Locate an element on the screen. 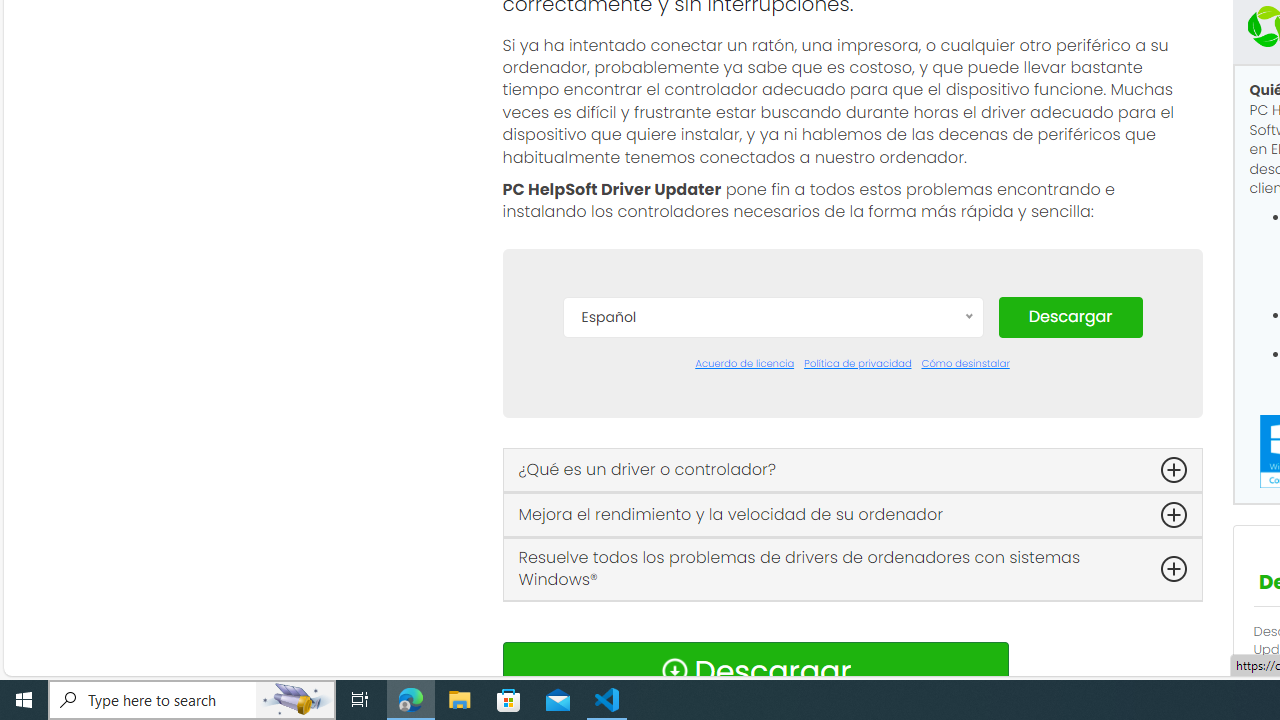 The height and width of the screenshot is (720, 1280). 'Download Icon' is located at coordinates (674, 671).